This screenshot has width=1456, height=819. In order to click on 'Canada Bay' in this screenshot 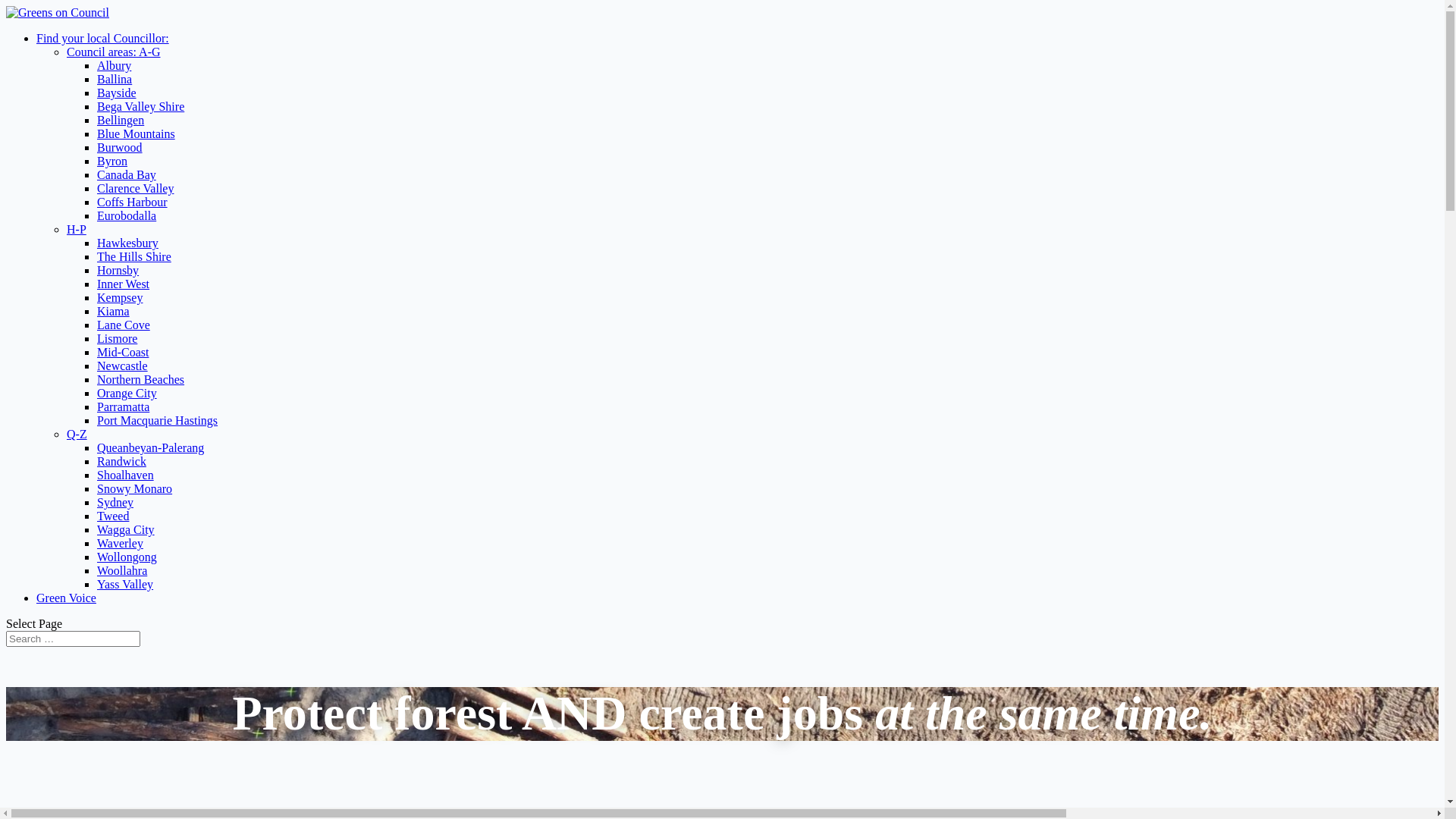, I will do `click(127, 174)`.